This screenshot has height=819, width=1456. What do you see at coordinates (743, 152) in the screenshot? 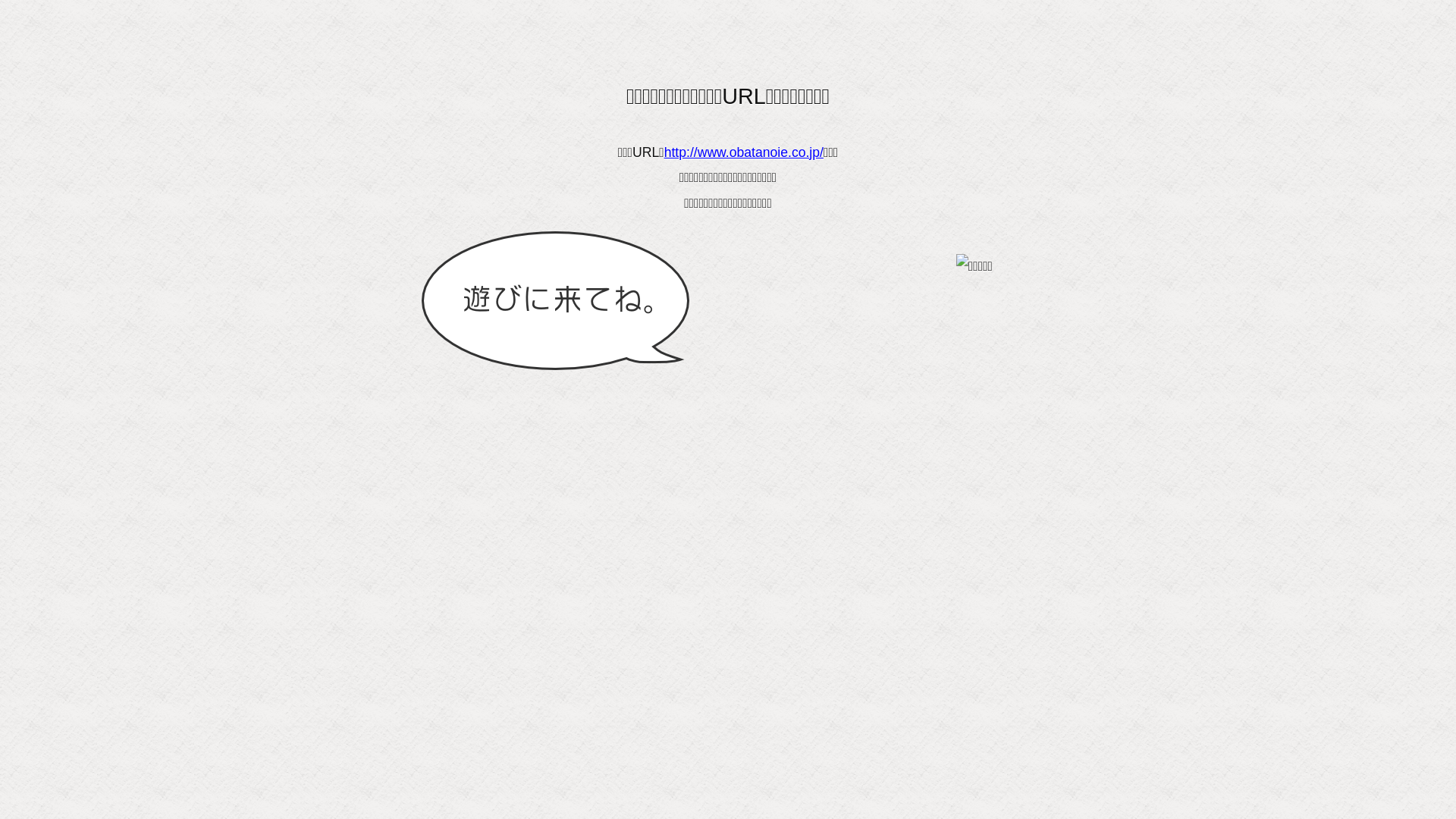
I see `'http://www.obatanoie.co.jp/'` at bounding box center [743, 152].